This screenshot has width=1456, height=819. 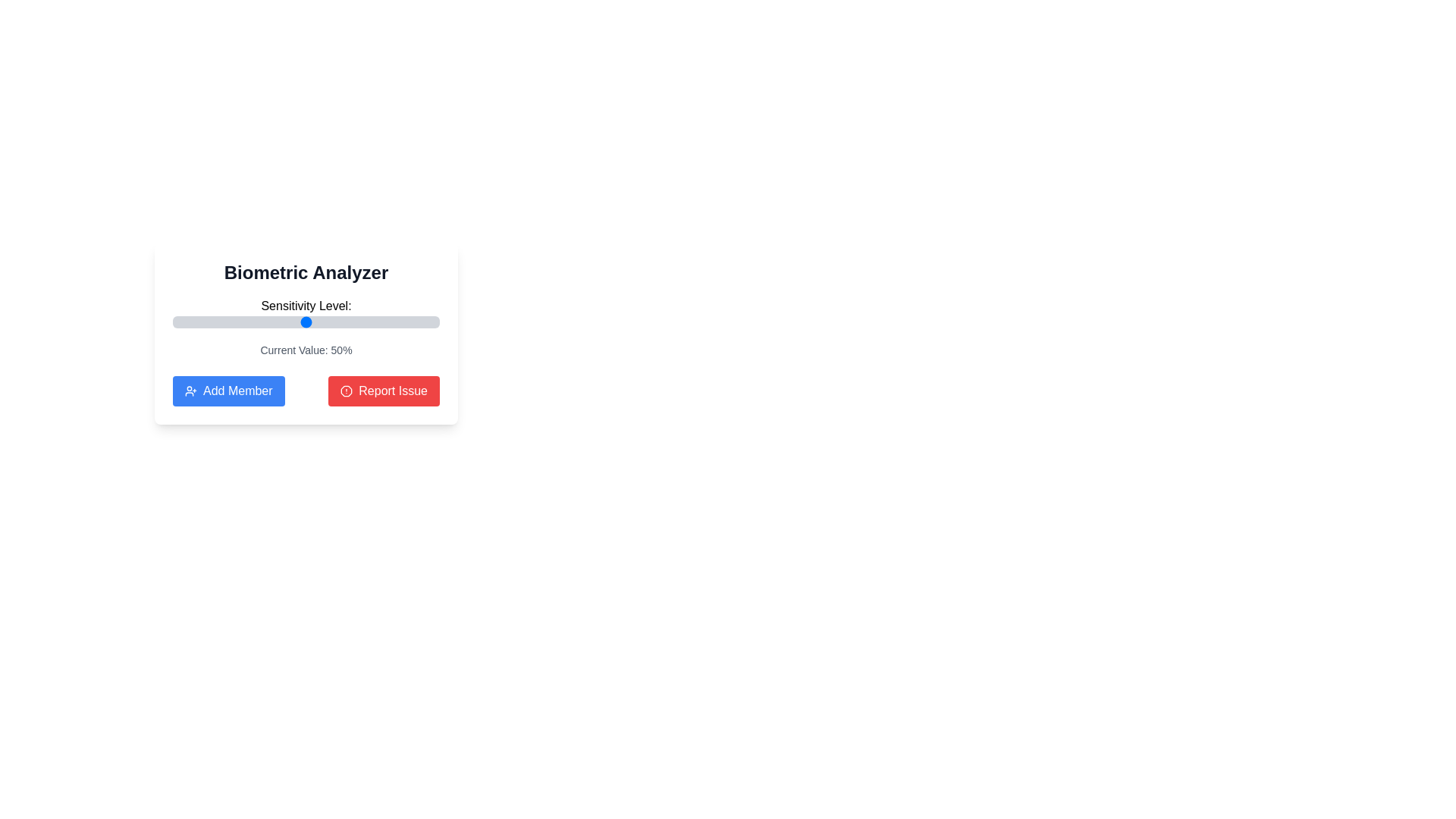 I want to click on the red 'Report Issue' button with white text and a warning icon on the left, located to the right of the 'Add Member' button at the bottom of the card component, so click(x=384, y=391).